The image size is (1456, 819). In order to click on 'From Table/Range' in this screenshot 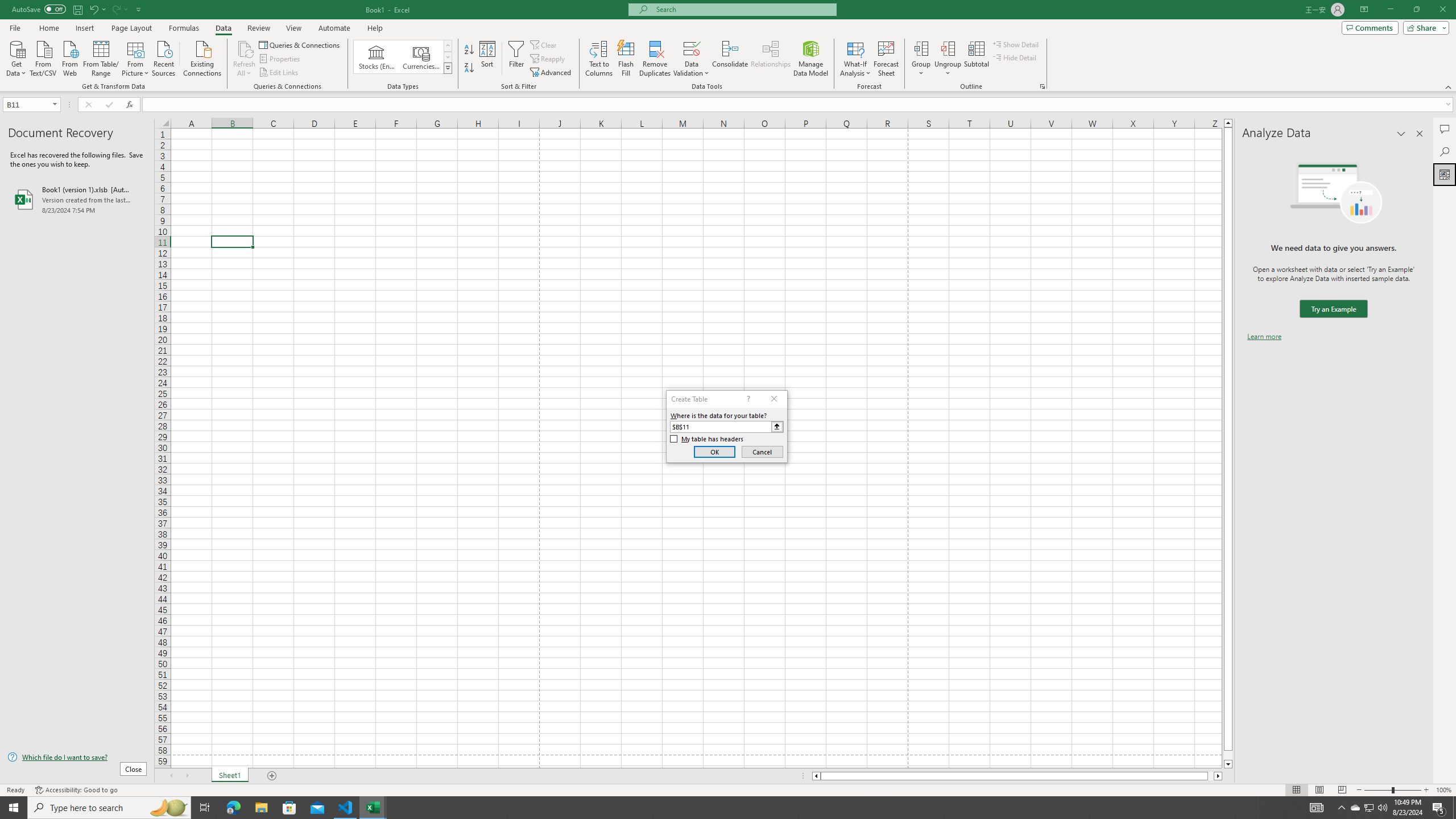, I will do `click(100, 57)`.